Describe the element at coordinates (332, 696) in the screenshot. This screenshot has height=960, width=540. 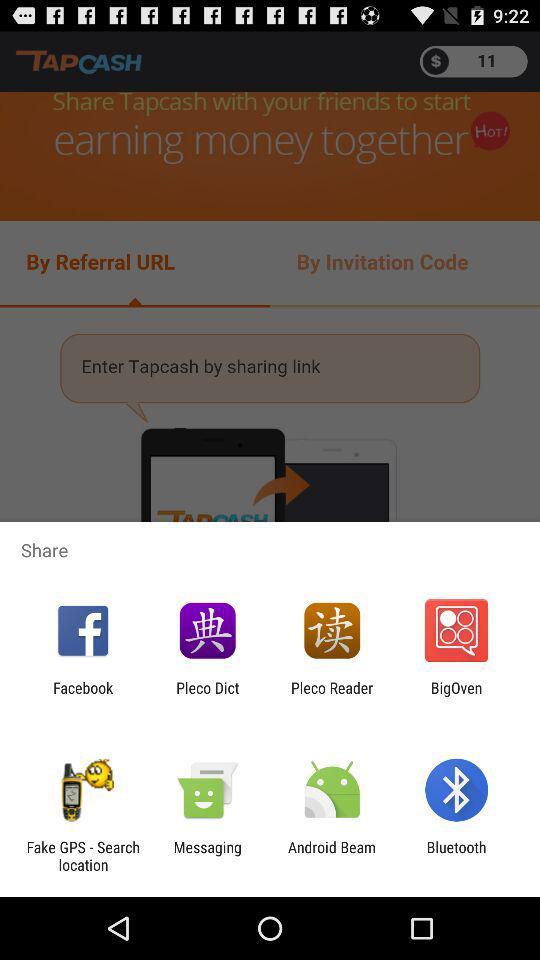
I see `the pleco reader icon` at that location.